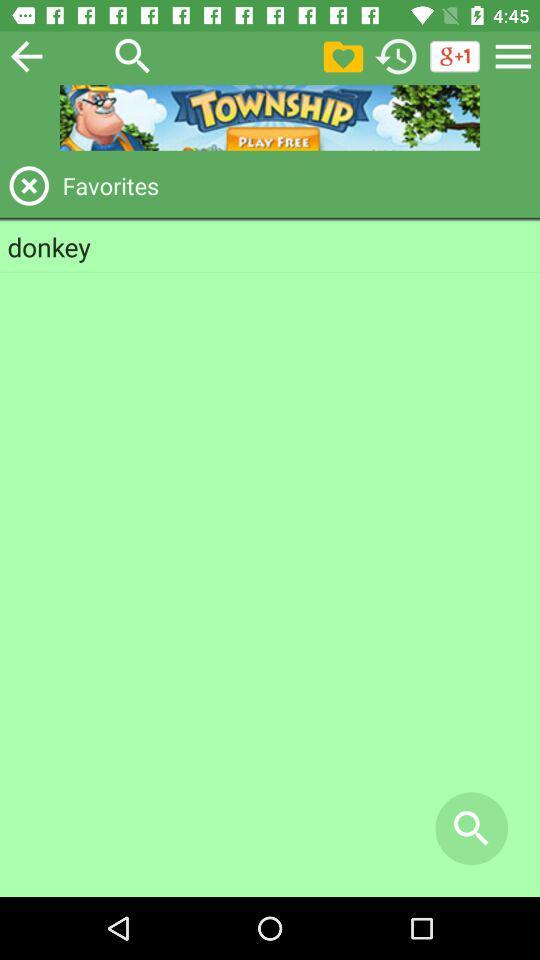 This screenshot has height=960, width=540. Describe the element at coordinates (133, 55) in the screenshot. I see `search the page` at that location.